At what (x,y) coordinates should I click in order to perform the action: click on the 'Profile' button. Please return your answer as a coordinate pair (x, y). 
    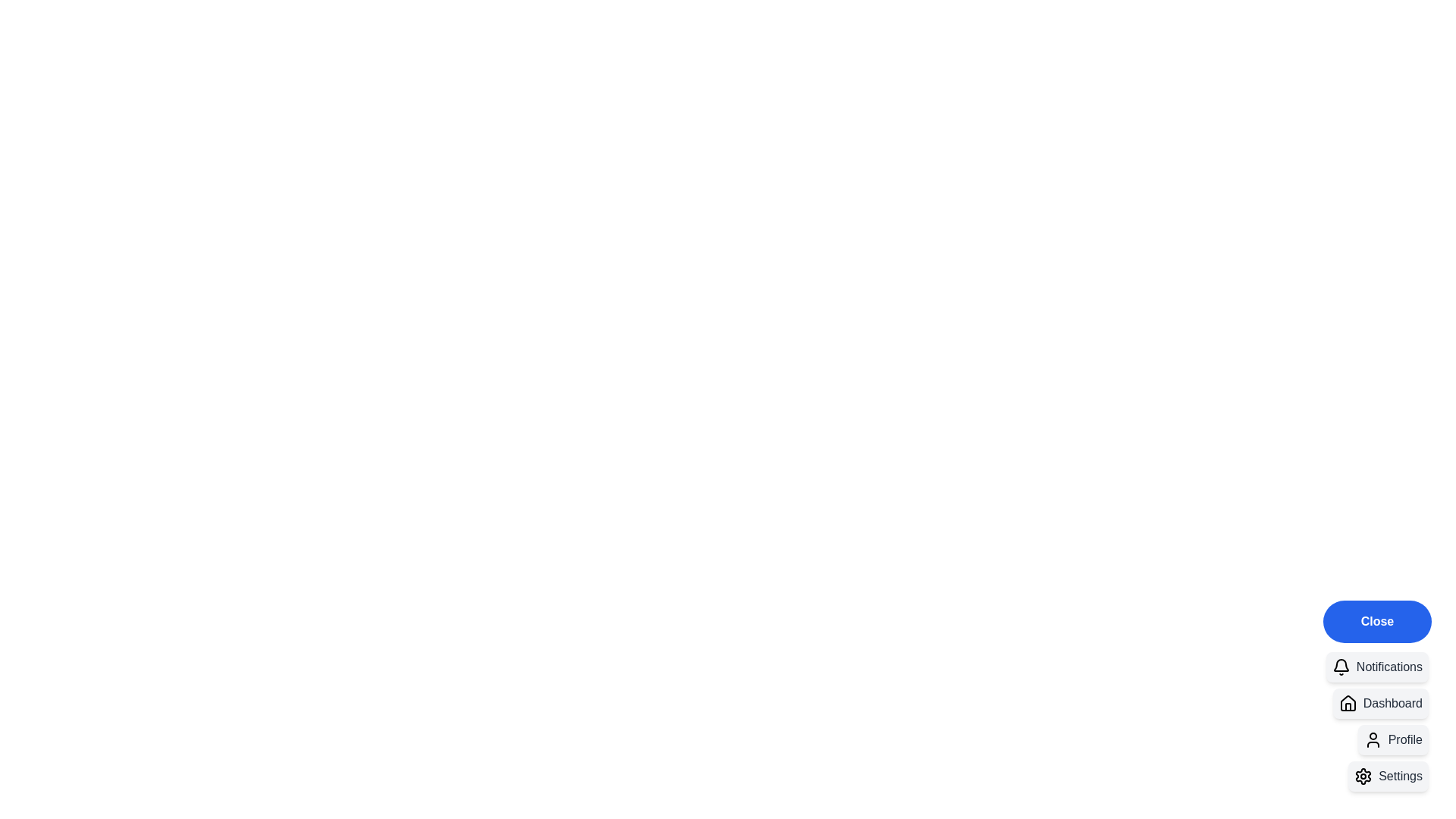
    Looking at the image, I should click on (1393, 739).